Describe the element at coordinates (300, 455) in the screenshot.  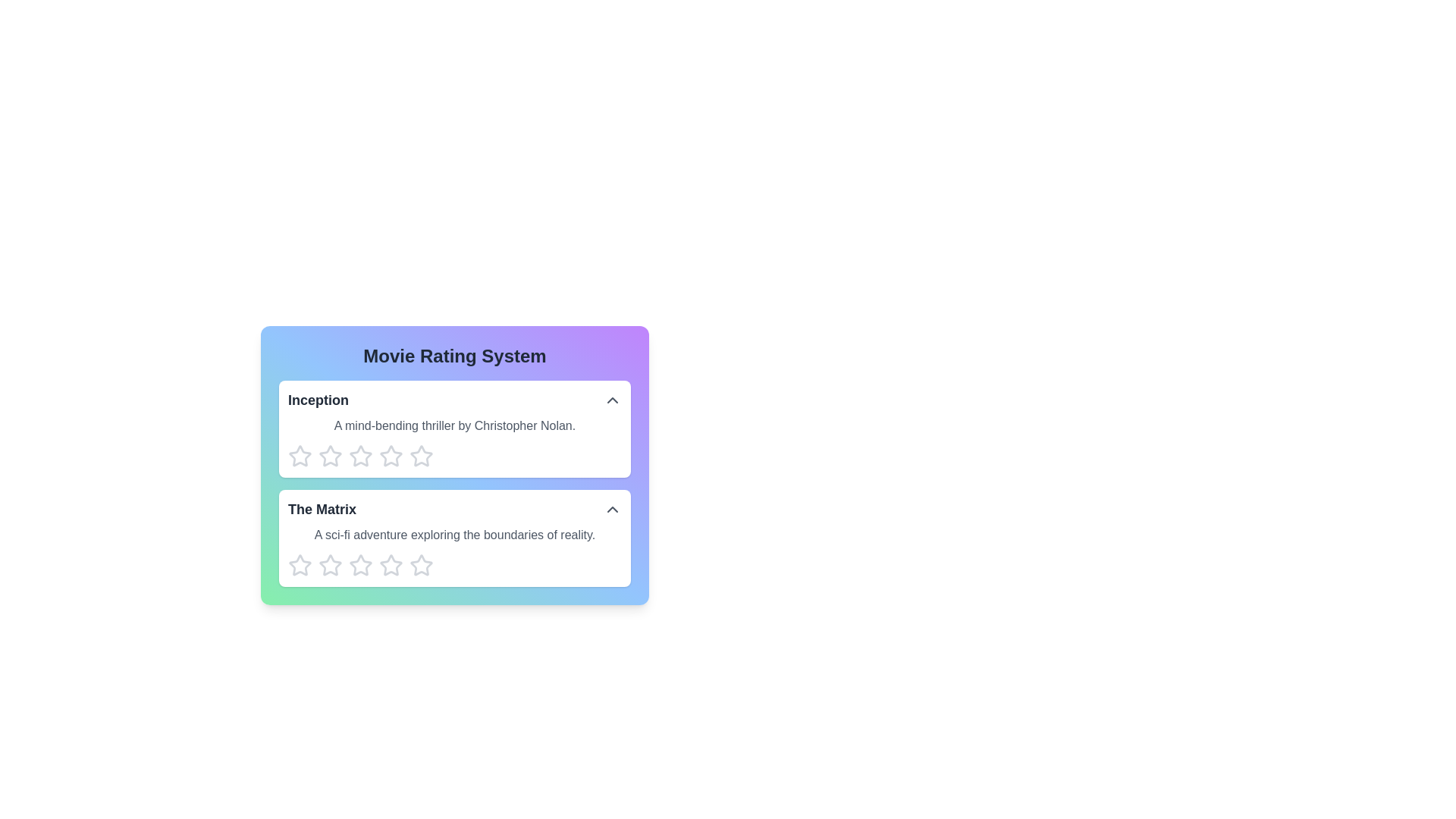
I see `the first star icon button in the movie rating system interface` at that location.